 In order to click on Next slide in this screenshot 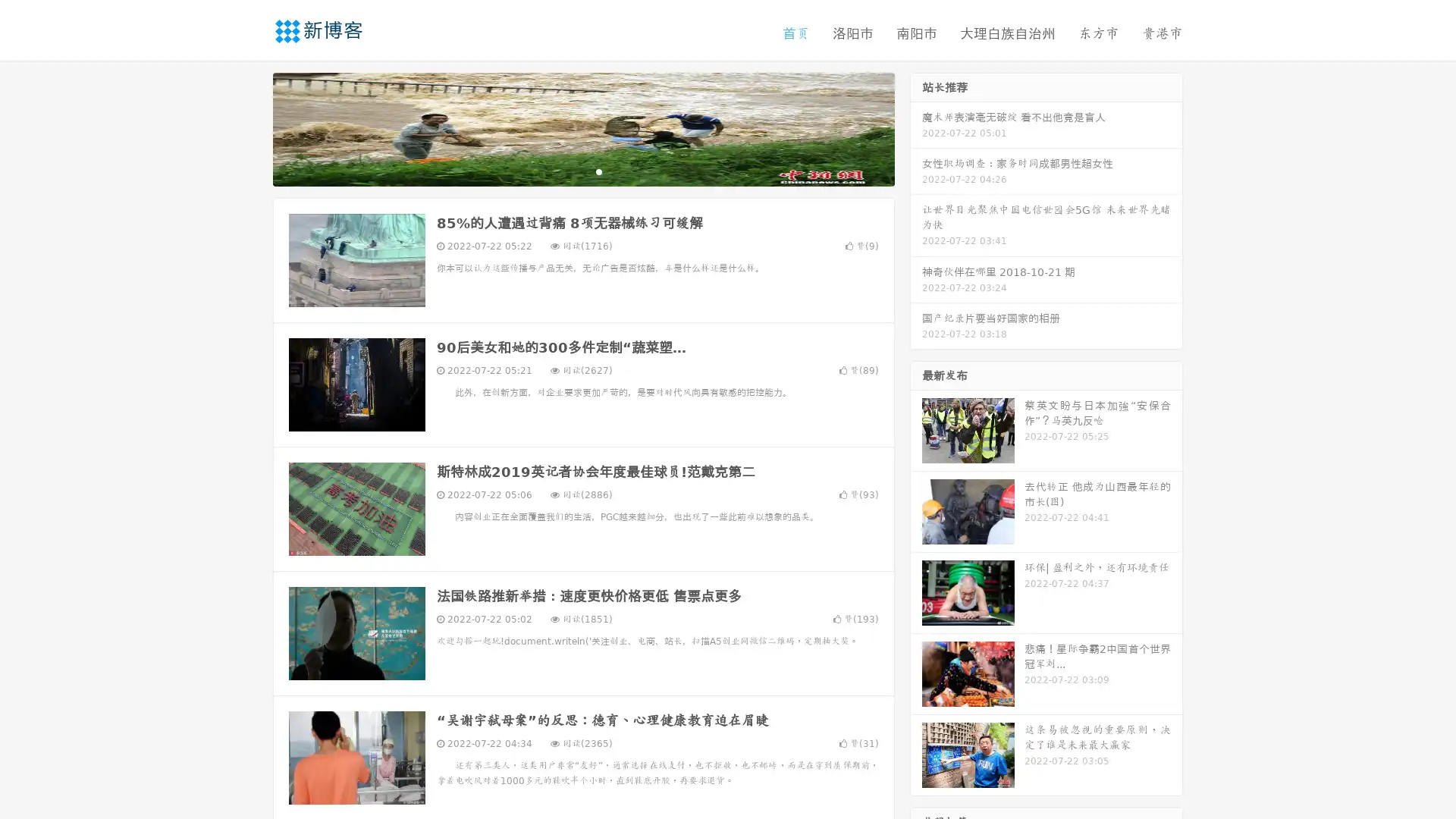, I will do `click(916, 127)`.